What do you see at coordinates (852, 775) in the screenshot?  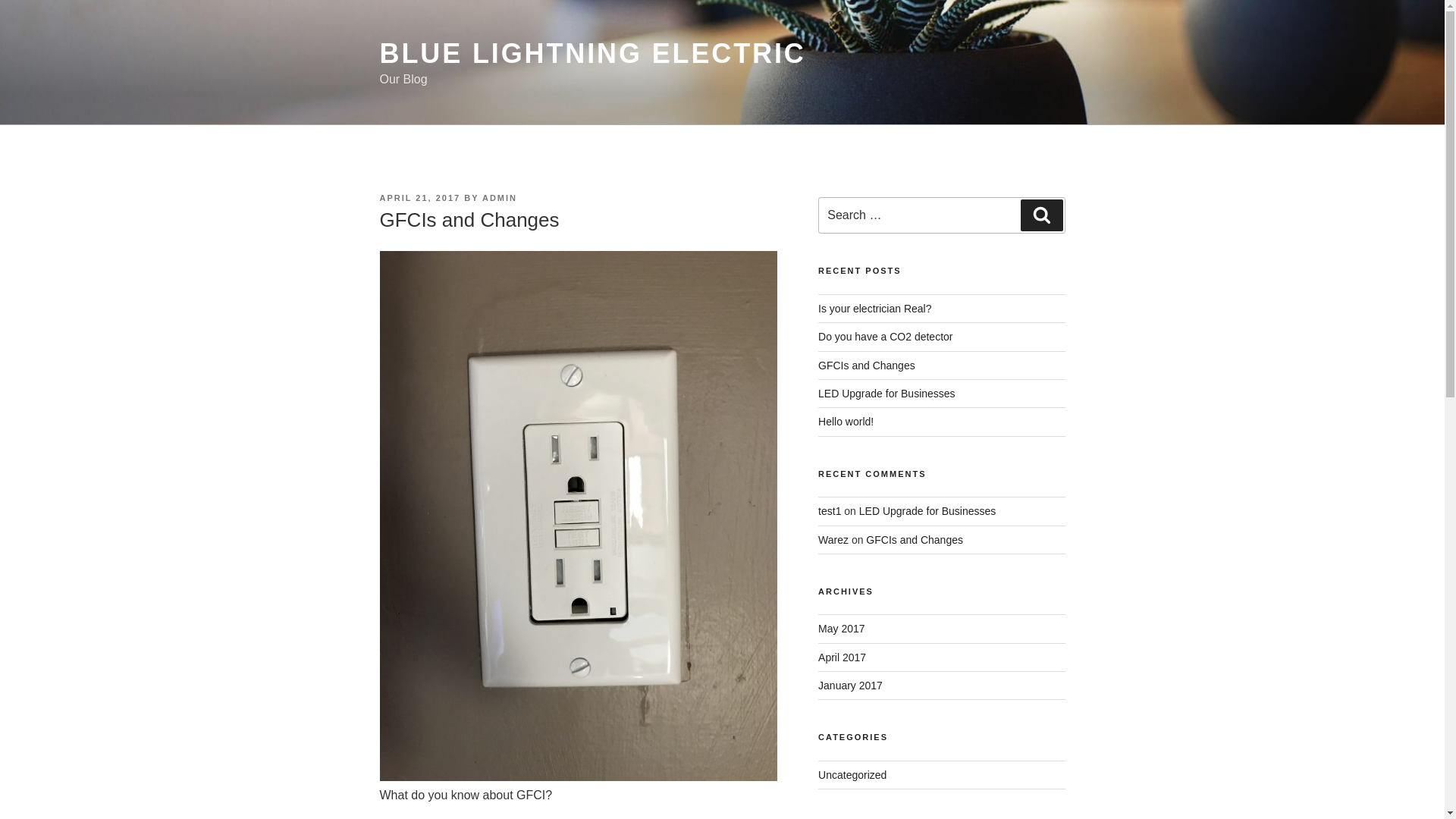 I see `'Uncategorized'` at bounding box center [852, 775].